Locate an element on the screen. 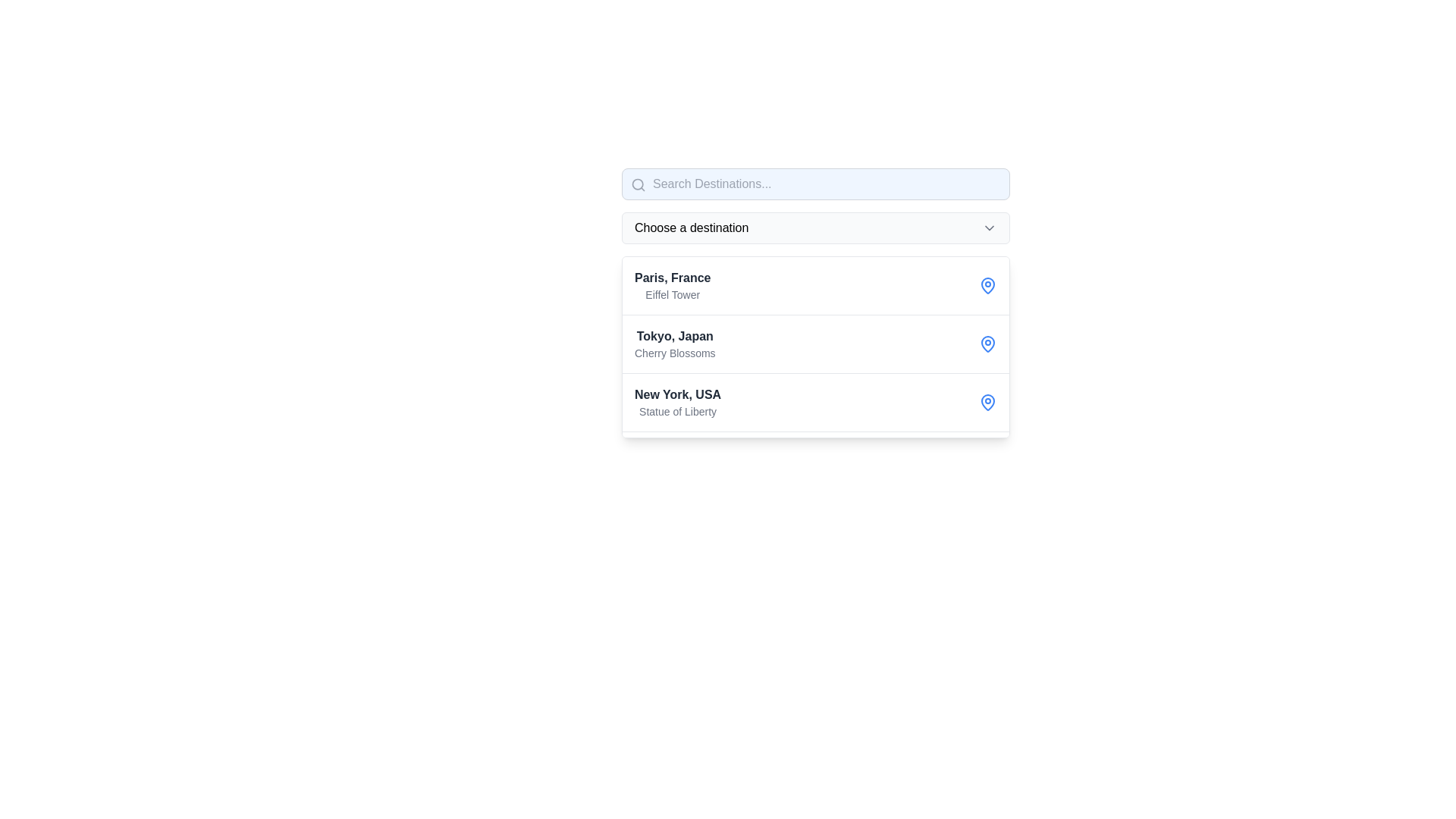  the Text Label for 'New York, USA' which is the first line in the dropdown list under the third group is located at coordinates (677, 394).